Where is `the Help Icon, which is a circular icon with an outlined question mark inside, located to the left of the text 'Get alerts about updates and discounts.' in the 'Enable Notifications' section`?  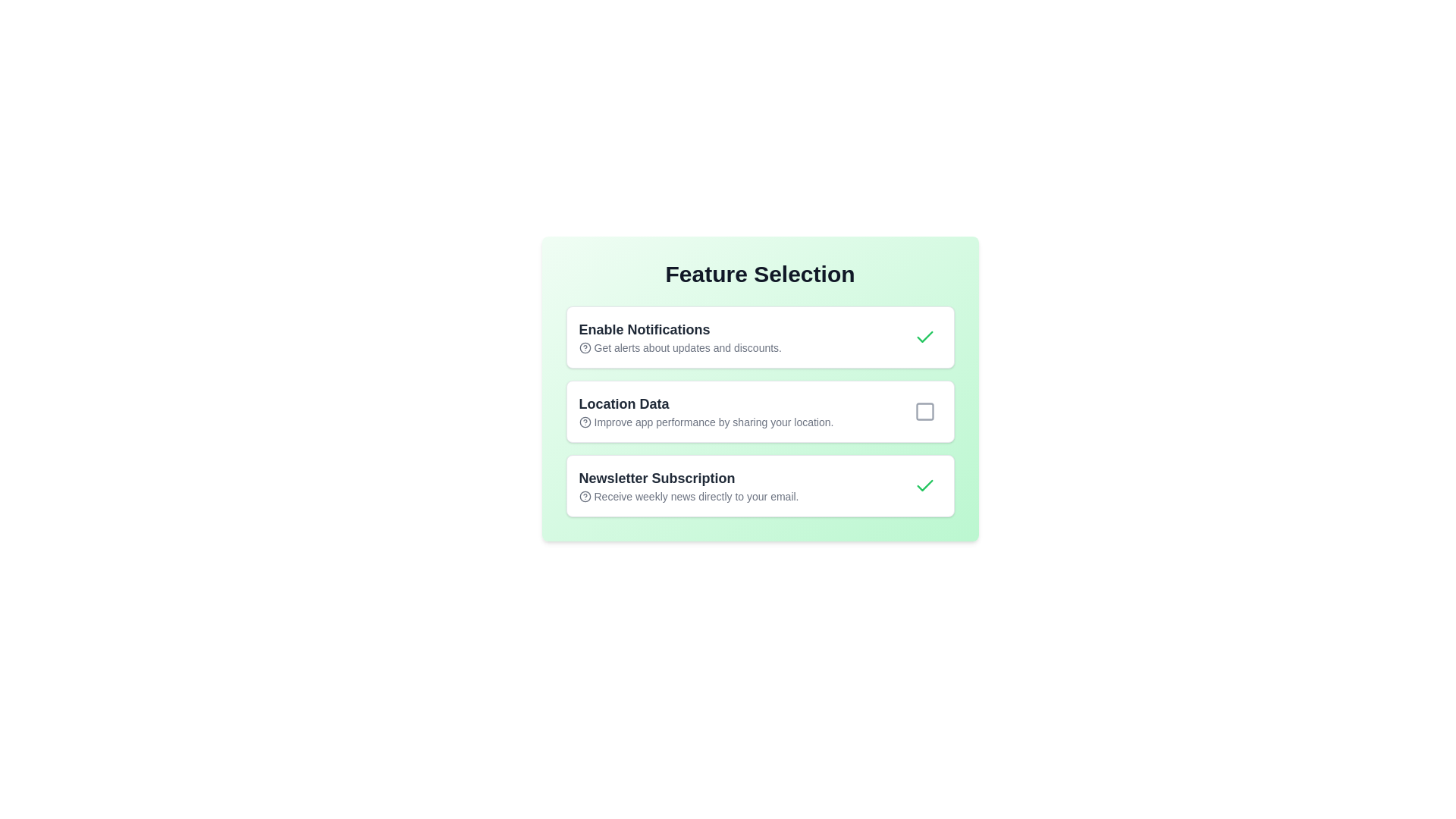
the Help Icon, which is a circular icon with an outlined question mark inside, located to the left of the text 'Get alerts about updates and discounts.' in the 'Enable Notifications' section is located at coordinates (584, 348).